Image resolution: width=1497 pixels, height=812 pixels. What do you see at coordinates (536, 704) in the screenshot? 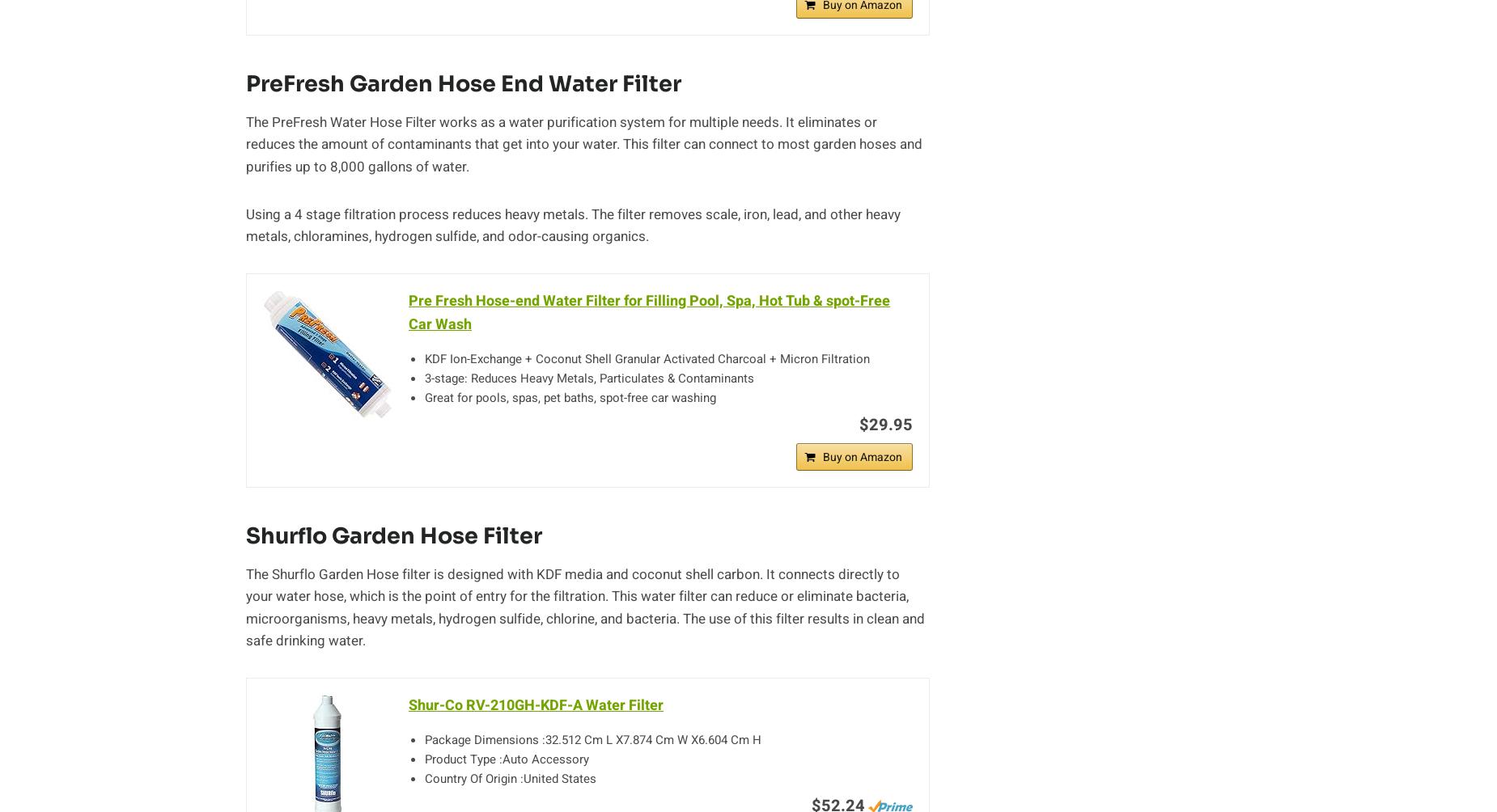
I see `'Shur-Co RV-210GH-KDF-A Water Filter'` at bounding box center [536, 704].